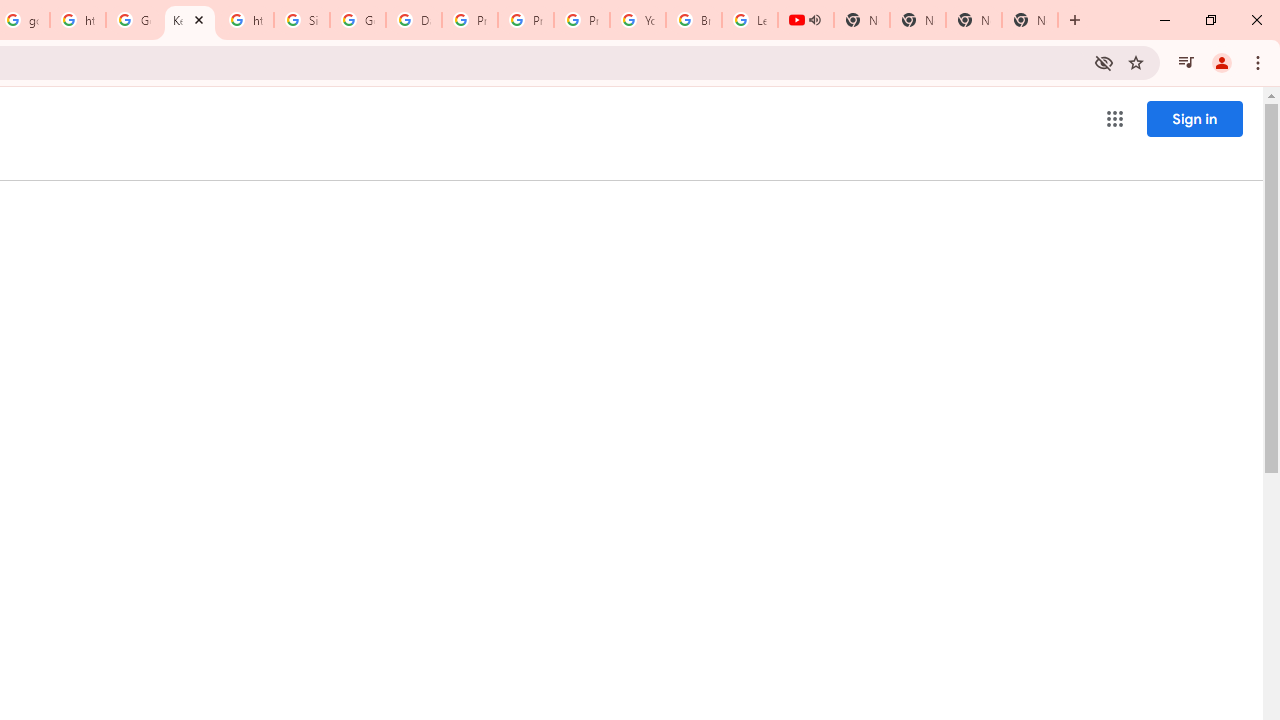 The height and width of the screenshot is (720, 1280). I want to click on 'YouTube', so click(637, 20).